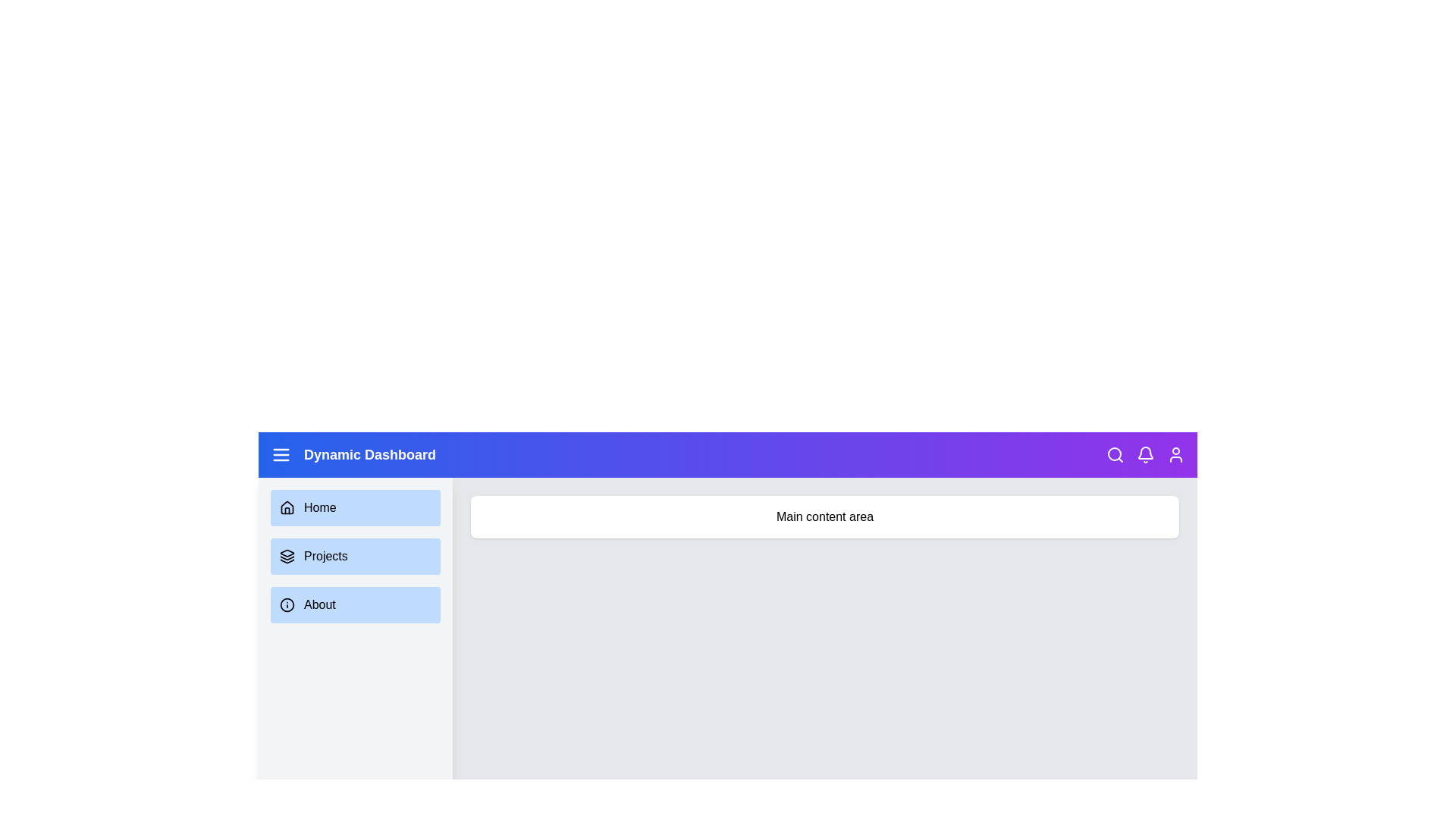 The image size is (1456, 819). Describe the element at coordinates (281, 454) in the screenshot. I see `the menu icon to toggle the sidebar visibility` at that location.